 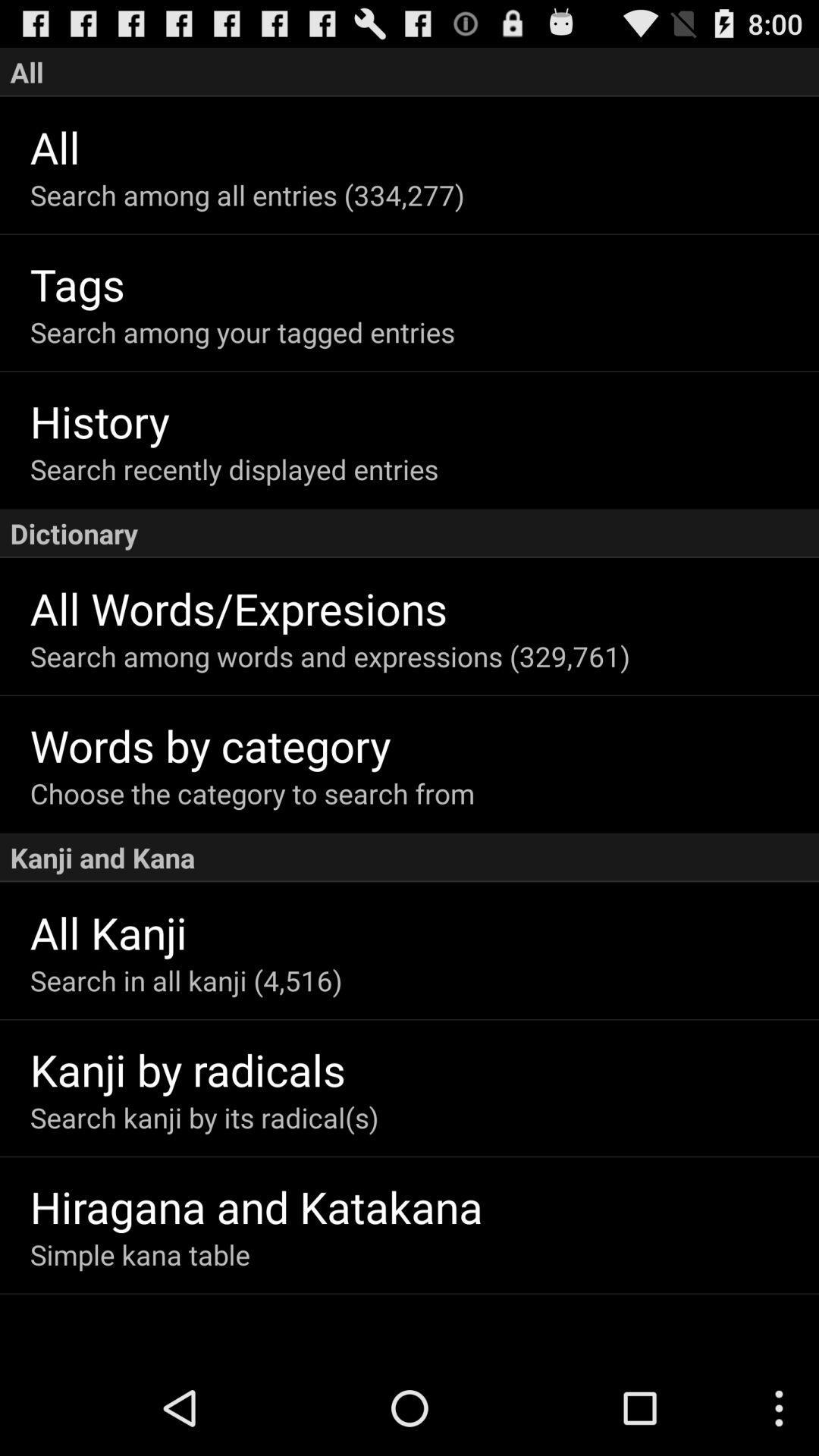 I want to click on item below words by category, so click(x=424, y=792).